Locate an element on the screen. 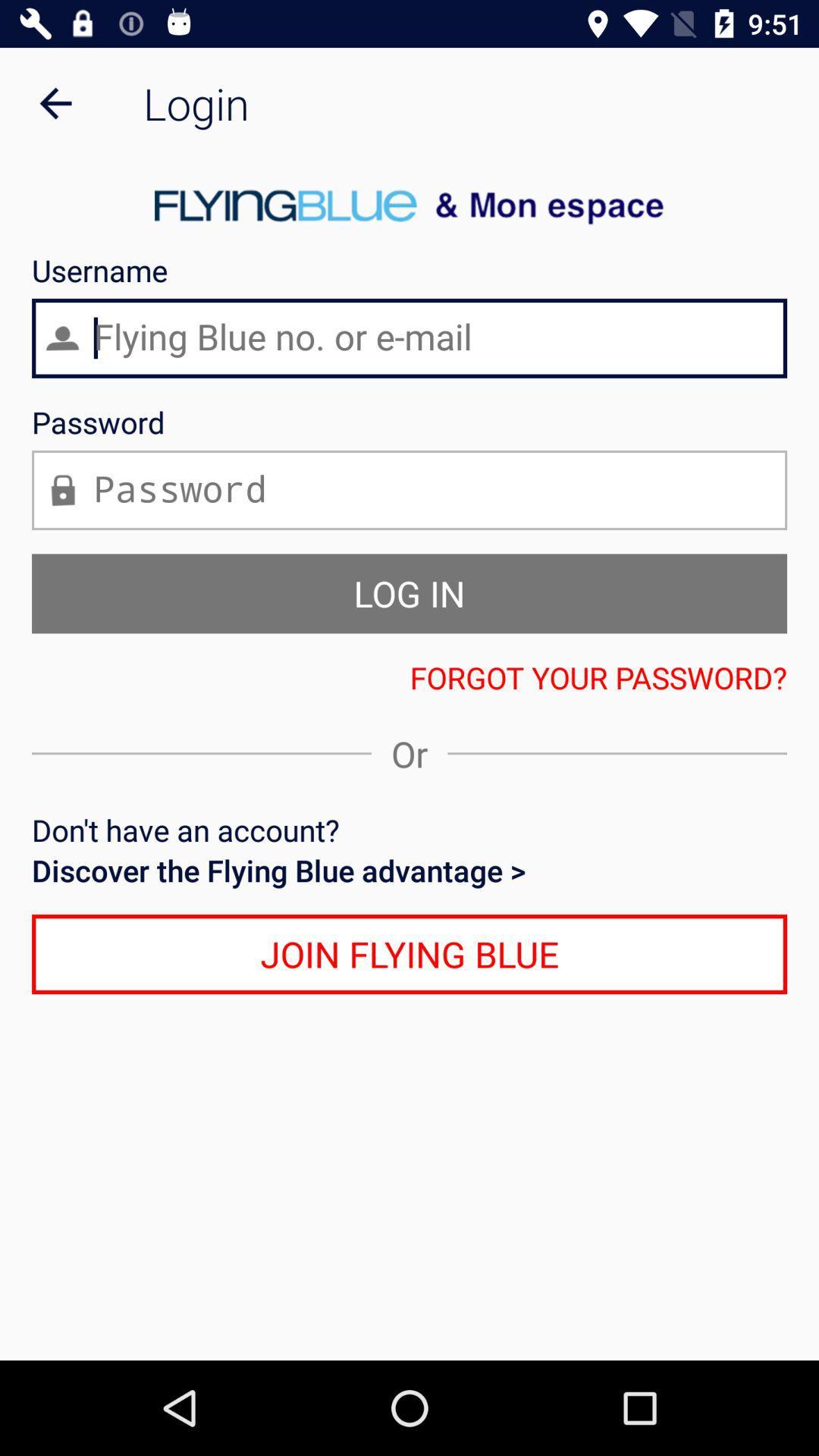  the icon next to login is located at coordinates (55, 102).